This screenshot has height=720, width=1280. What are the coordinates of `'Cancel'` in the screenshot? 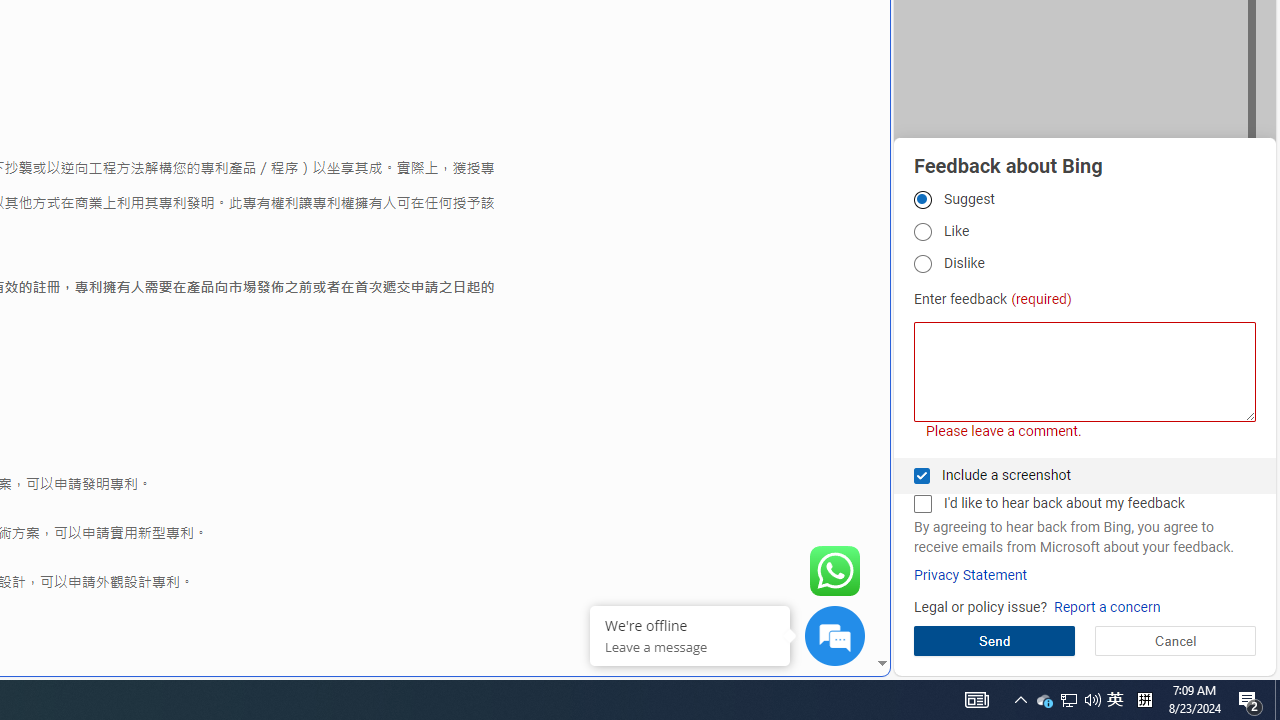 It's located at (1175, 640).